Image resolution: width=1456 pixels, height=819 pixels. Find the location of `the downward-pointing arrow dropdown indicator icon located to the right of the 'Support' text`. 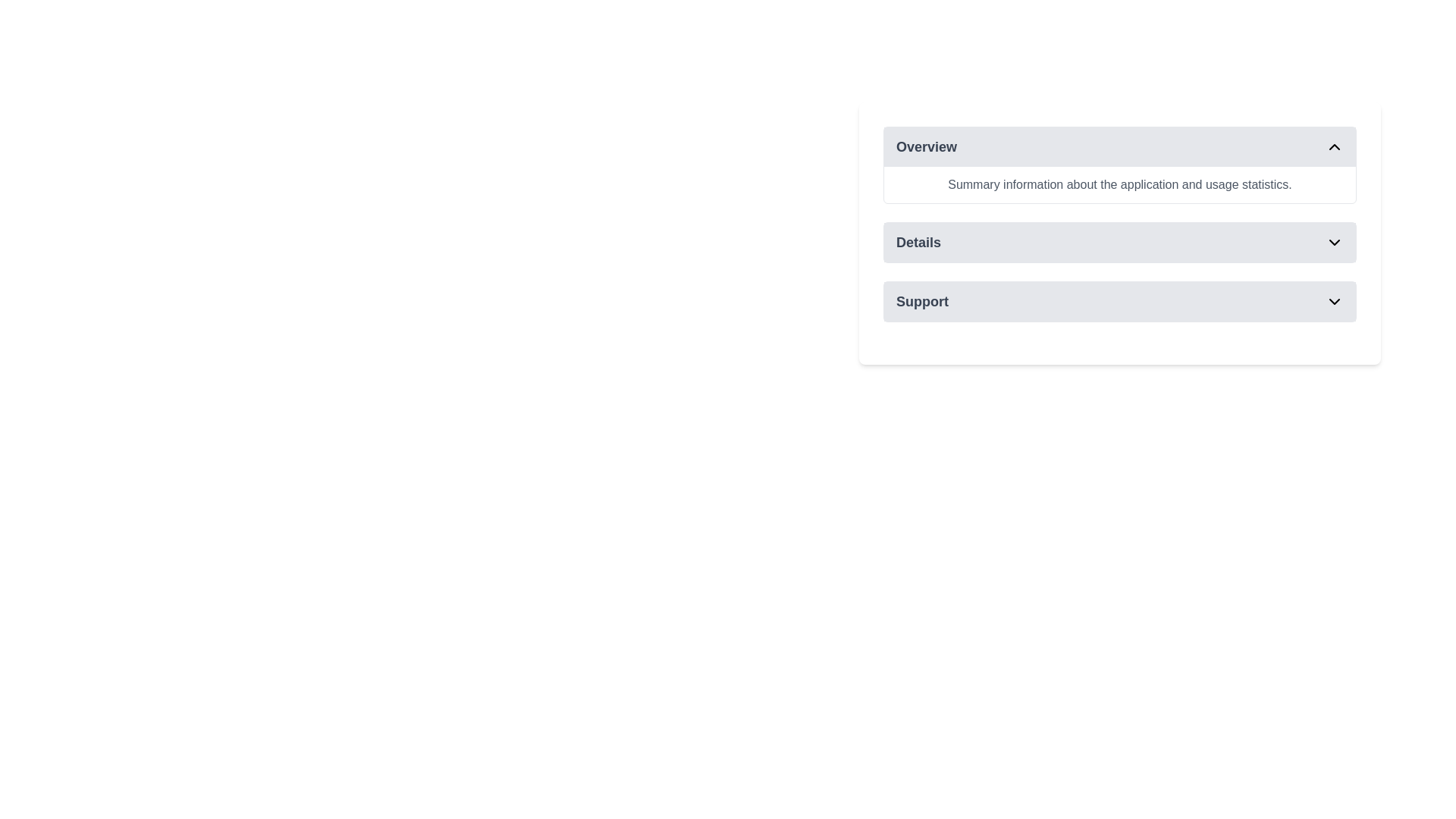

the downward-pointing arrow dropdown indicator icon located to the right of the 'Support' text is located at coordinates (1335, 301).